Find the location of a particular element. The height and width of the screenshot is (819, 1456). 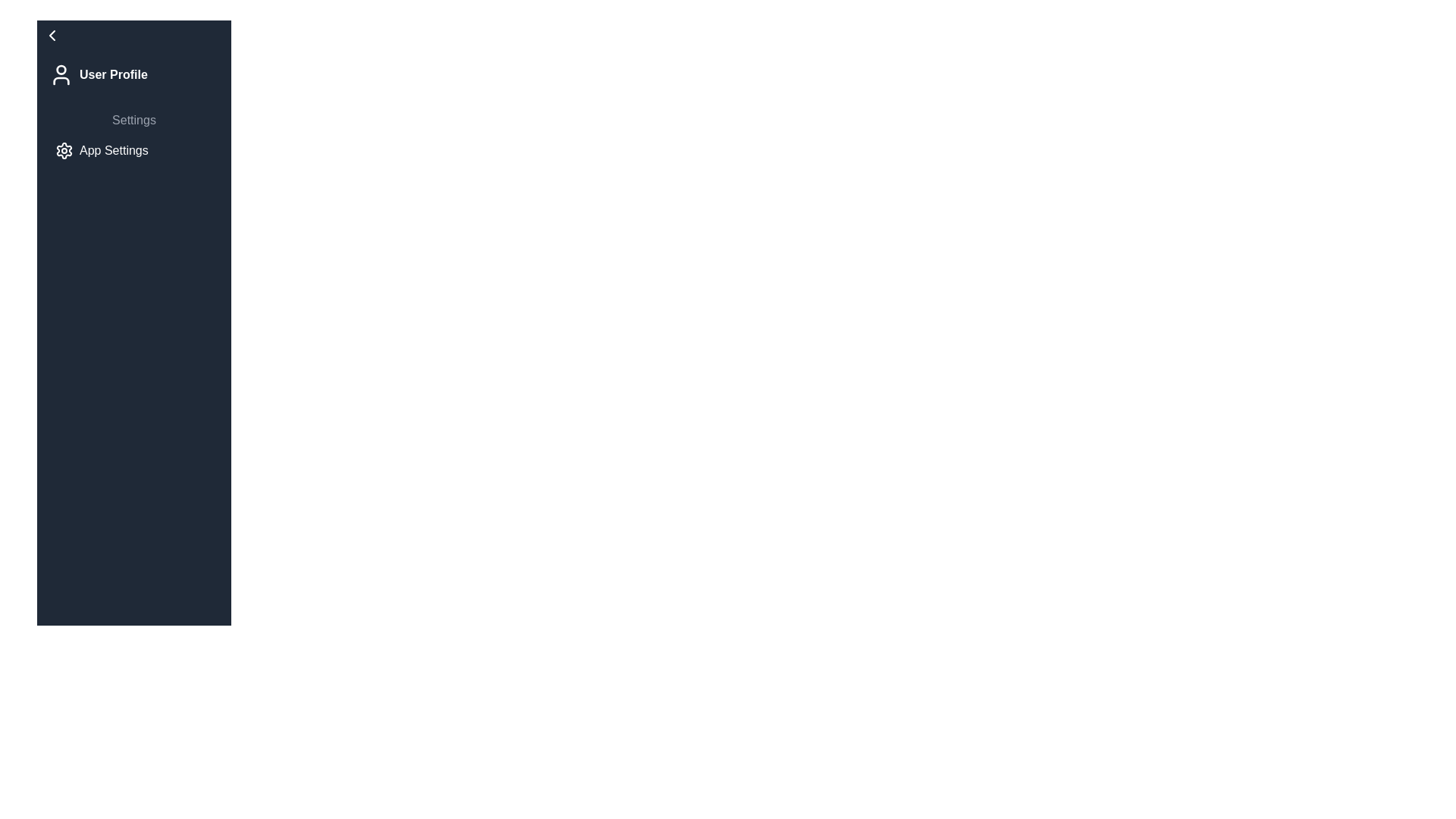

the icon representing 'App Settings', which is positioned on the left side of the 'App Settings' text, as it serves as an interactive clickable area for accessing settings functionalities is located at coordinates (64, 151).